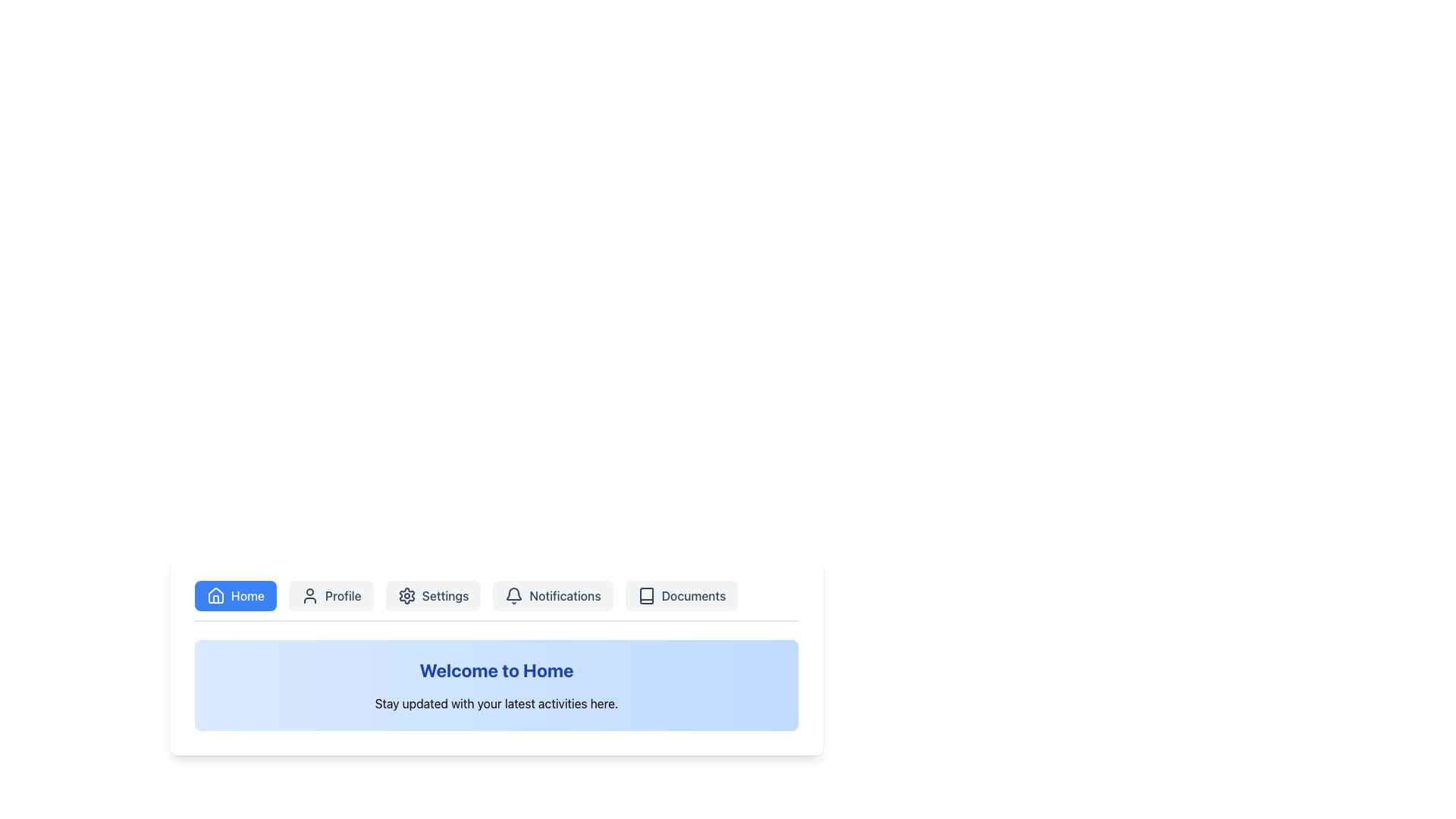 The height and width of the screenshot is (819, 1456). I want to click on the first button in the top navigation bar, so click(235, 595).